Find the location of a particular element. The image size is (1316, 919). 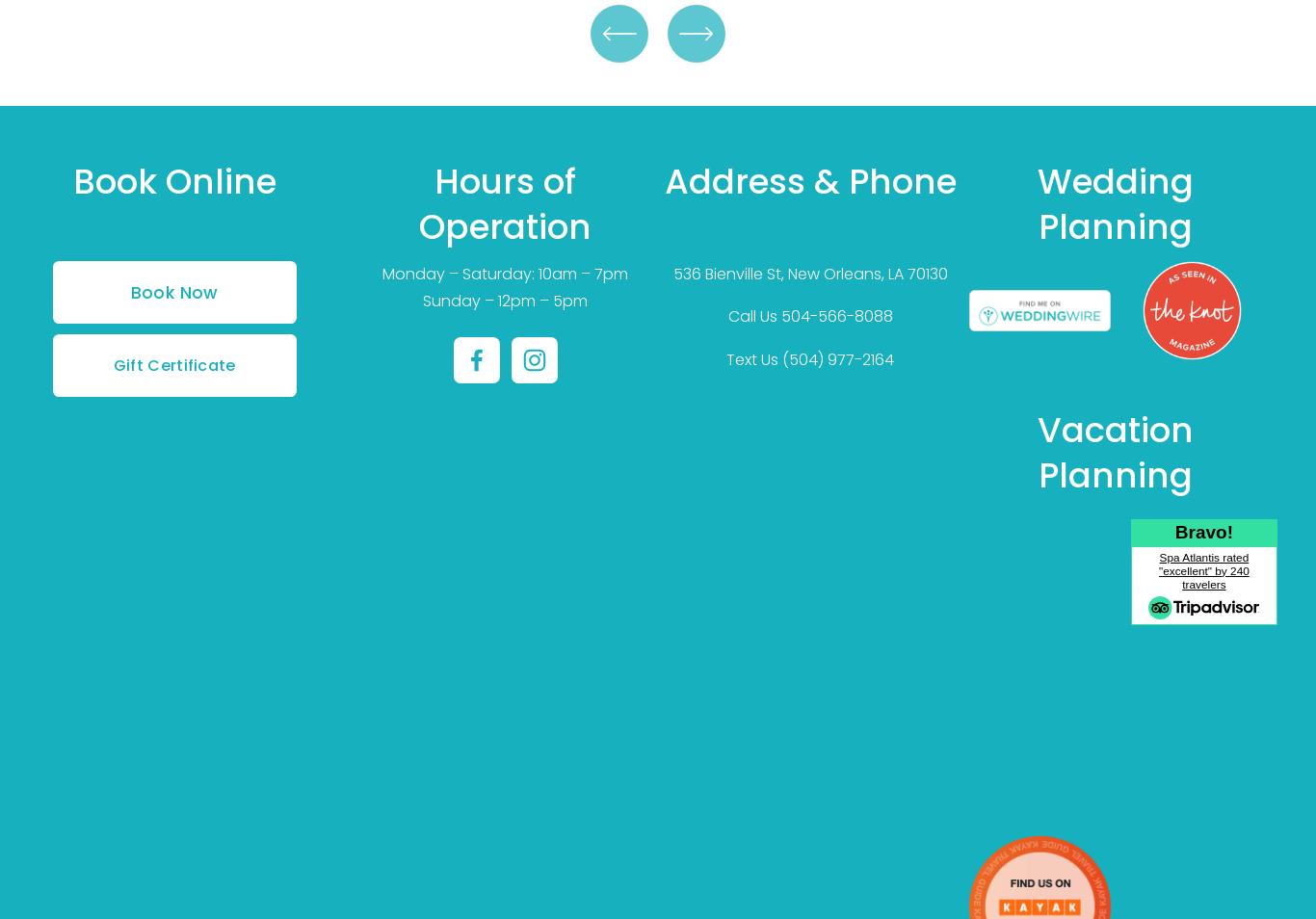

'Wedding Planning' is located at coordinates (1119, 202).